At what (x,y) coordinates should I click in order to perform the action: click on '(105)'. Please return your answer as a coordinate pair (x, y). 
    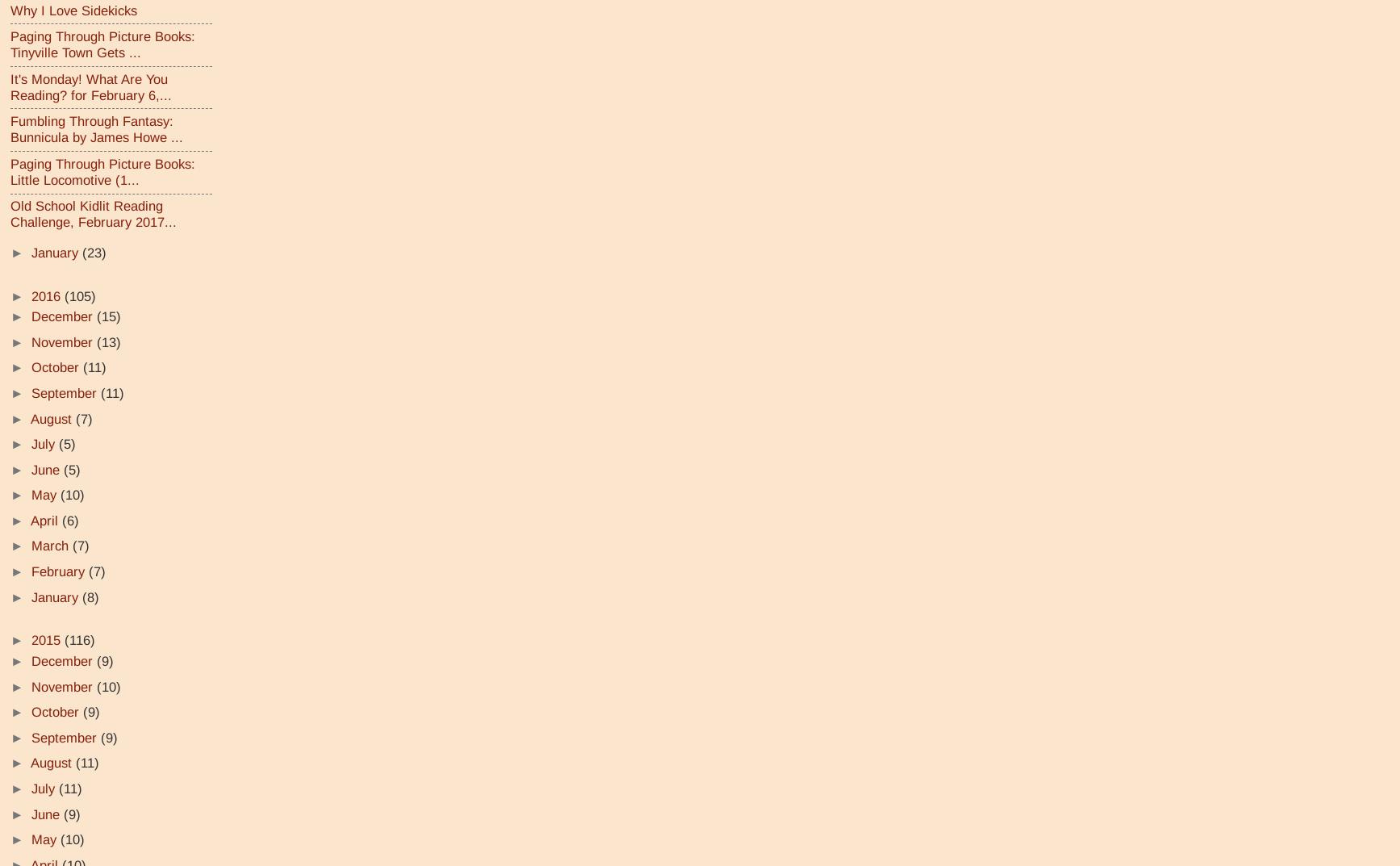
    Looking at the image, I should click on (80, 295).